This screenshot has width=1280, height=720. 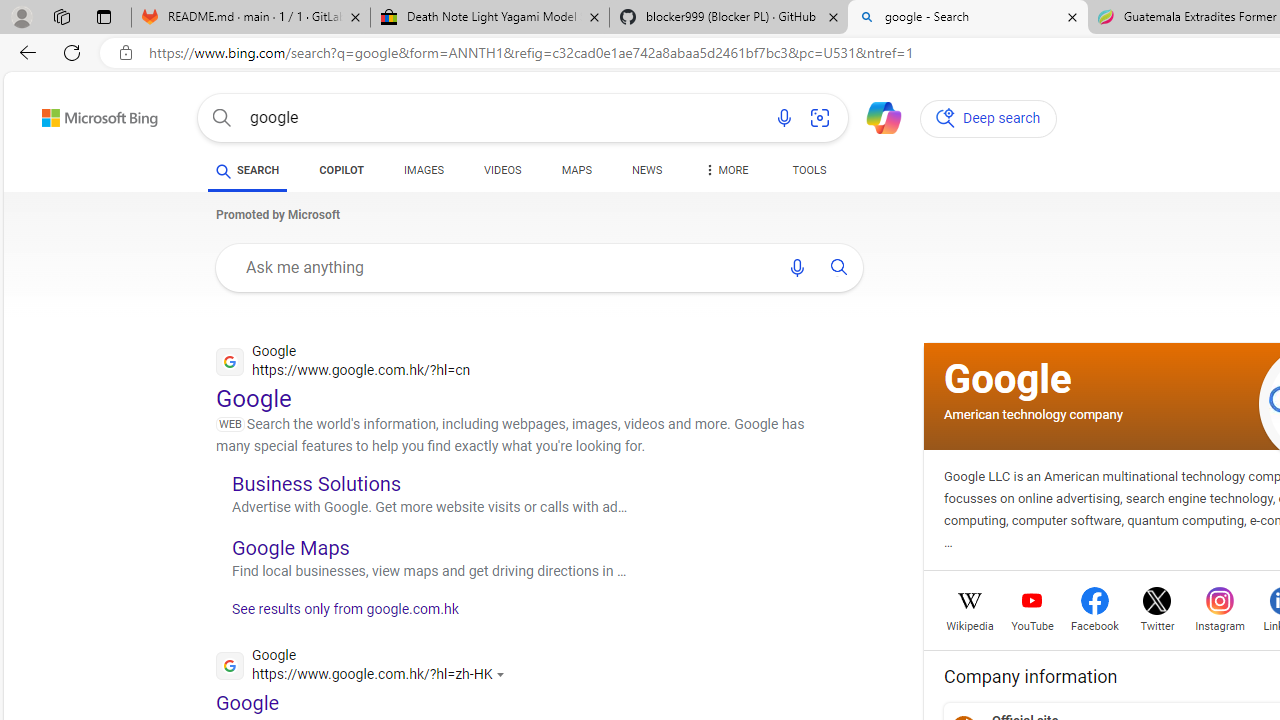 What do you see at coordinates (839, 266) in the screenshot?
I see `'AutomationID: uaseabtn'` at bounding box center [839, 266].